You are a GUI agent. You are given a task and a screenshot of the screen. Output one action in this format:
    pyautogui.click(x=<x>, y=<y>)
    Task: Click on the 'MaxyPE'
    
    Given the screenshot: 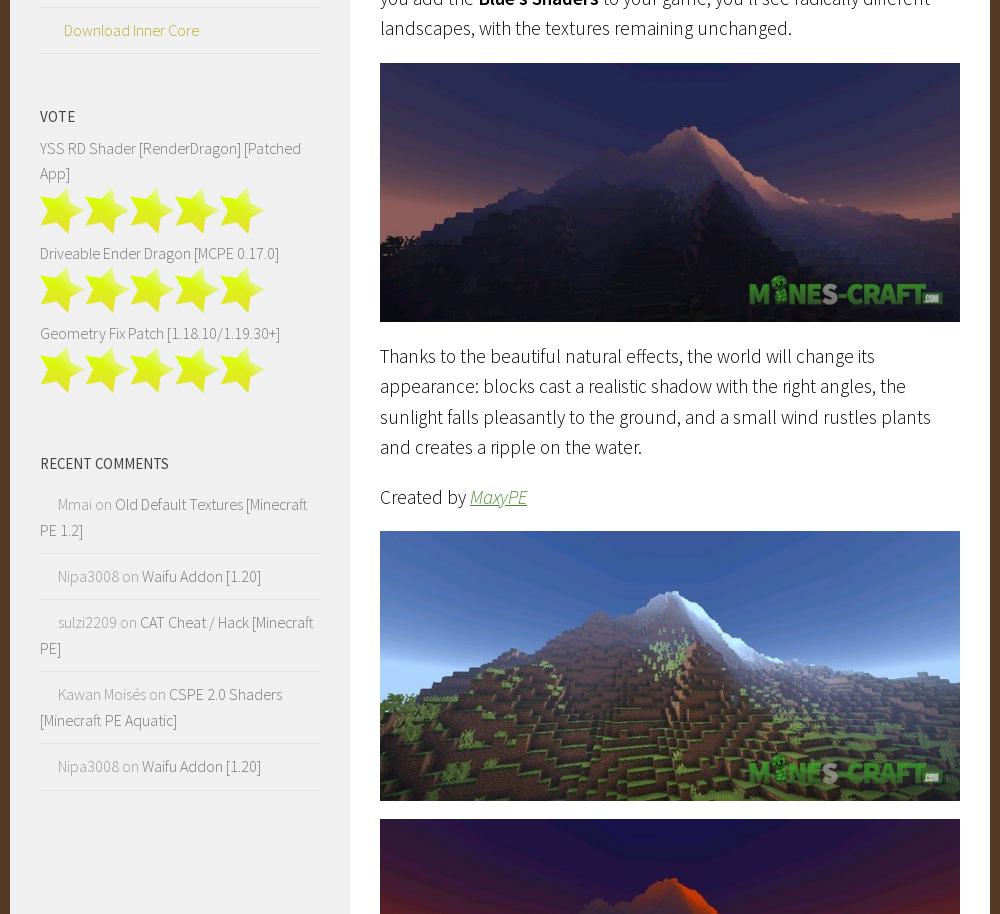 What is the action you would take?
    pyautogui.click(x=469, y=496)
    